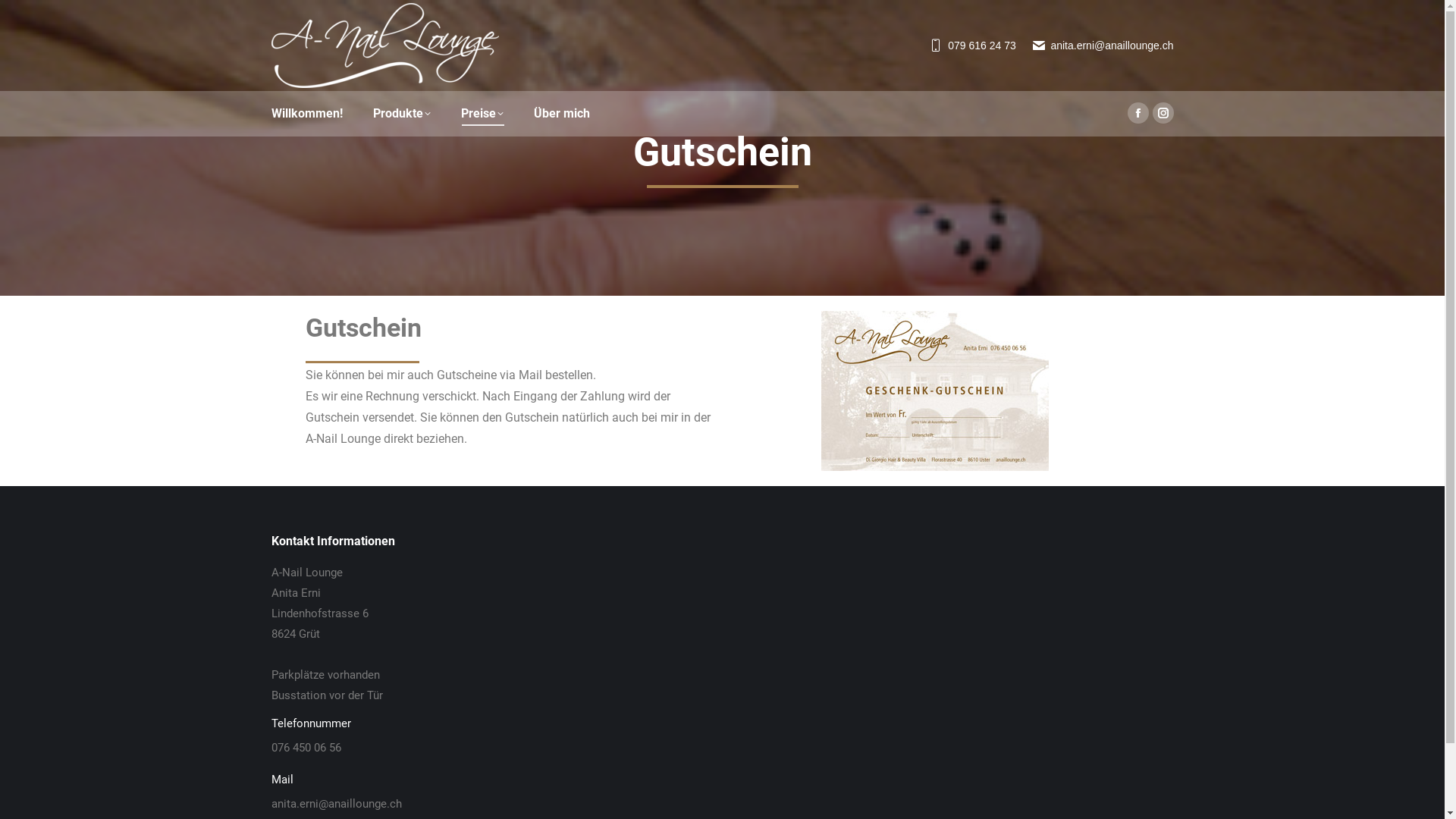 This screenshot has height=819, width=1456. Describe the element at coordinates (271, 113) in the screenshot. I see `'Willkommen!'` at that location.